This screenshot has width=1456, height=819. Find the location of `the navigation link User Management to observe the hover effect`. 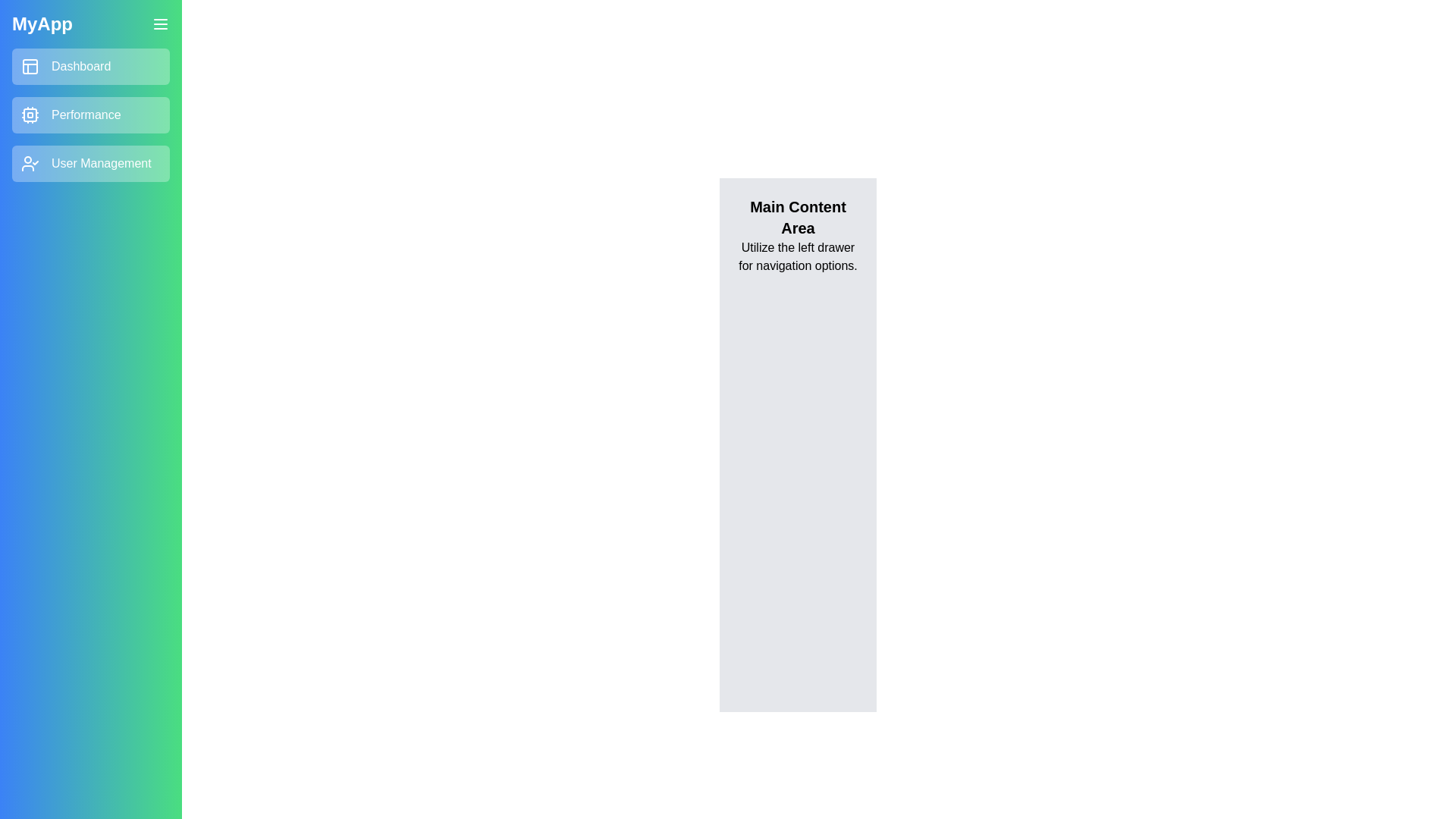

the navigation link User Management to observe the hover effect is located at coordinates (90, 164).